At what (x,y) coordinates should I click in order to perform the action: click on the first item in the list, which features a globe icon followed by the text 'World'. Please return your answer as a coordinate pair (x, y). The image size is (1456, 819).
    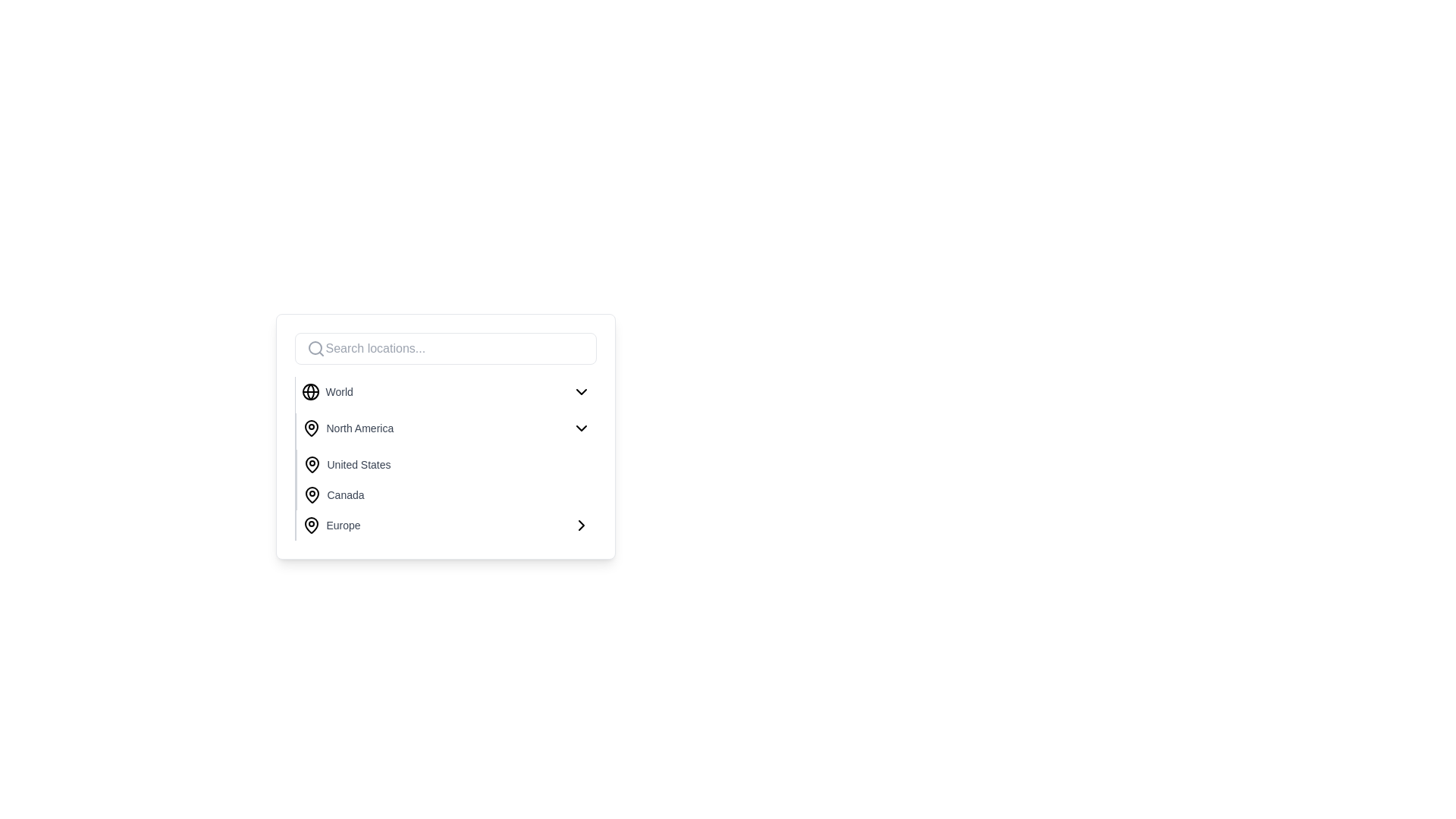
    Looking at the image, I should click on (326, 391).